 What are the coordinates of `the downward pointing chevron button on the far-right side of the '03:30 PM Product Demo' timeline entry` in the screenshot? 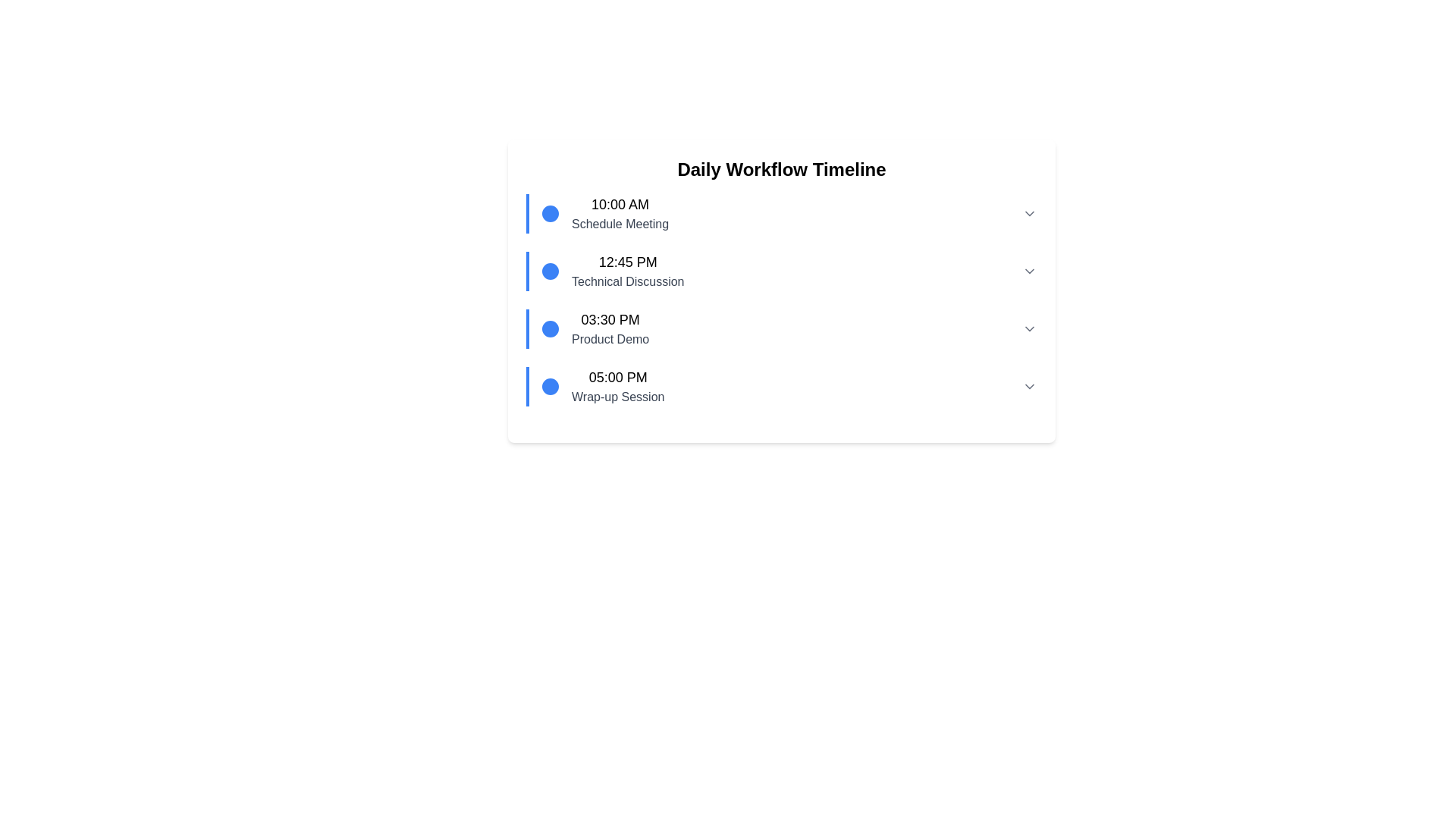 It's located at (1030, 328).